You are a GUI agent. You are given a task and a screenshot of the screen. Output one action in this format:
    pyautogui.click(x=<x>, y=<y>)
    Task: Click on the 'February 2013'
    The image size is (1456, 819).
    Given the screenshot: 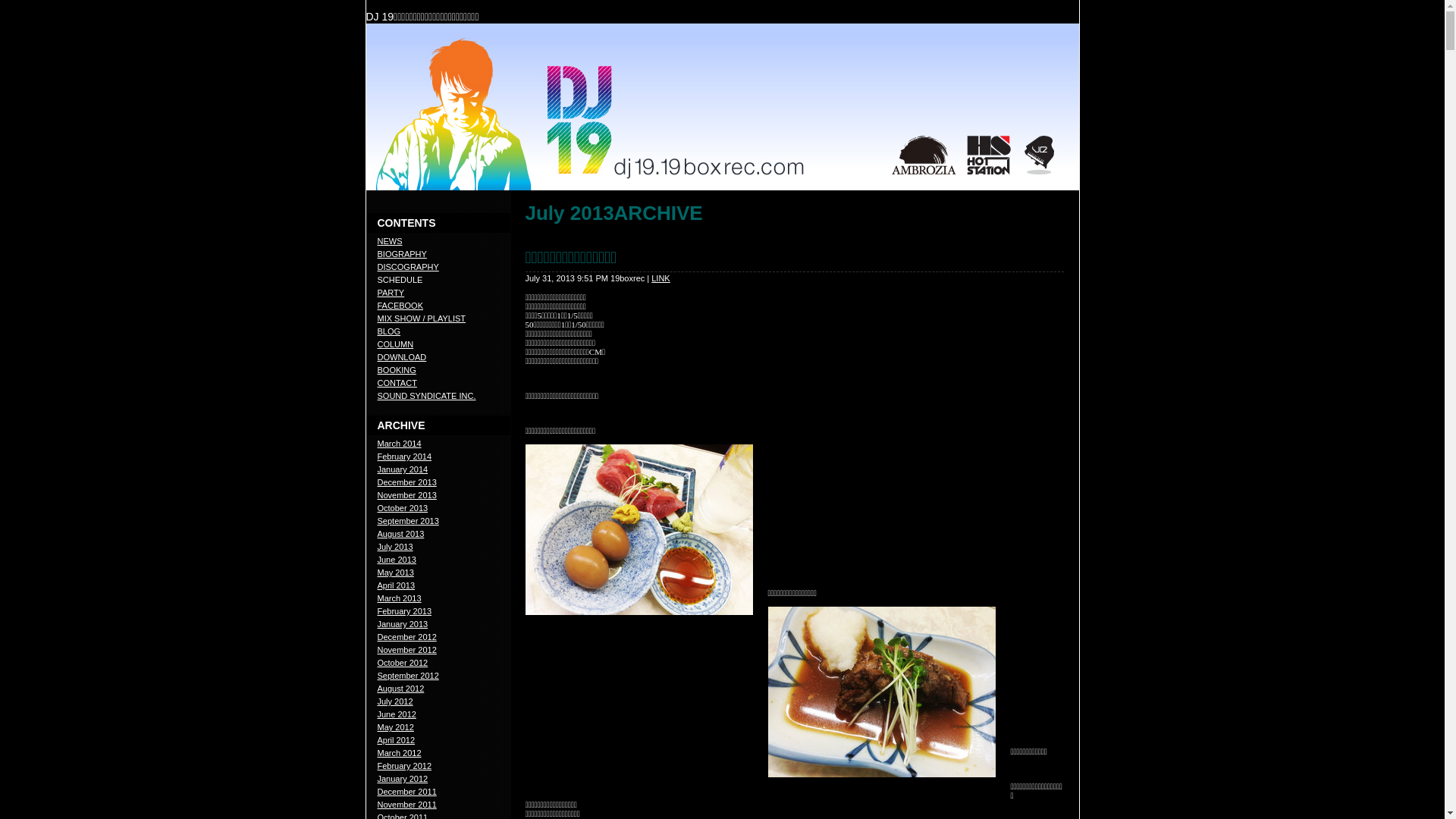 What is the action you would take?
    pyautogui.click(x=378, y=610)
    